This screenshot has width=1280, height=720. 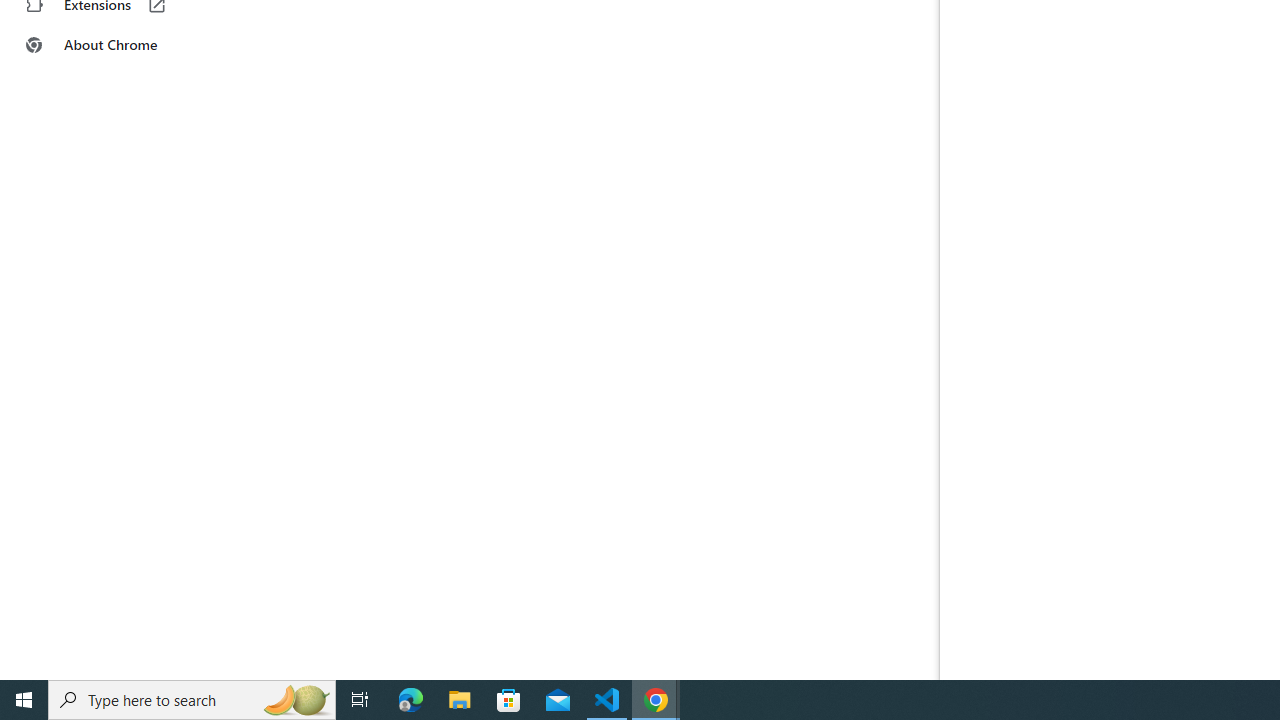 What do you see at coordinates (192, 698) in the screenshot?
I see `'Type here to search'` at bounding box center [192, 698].